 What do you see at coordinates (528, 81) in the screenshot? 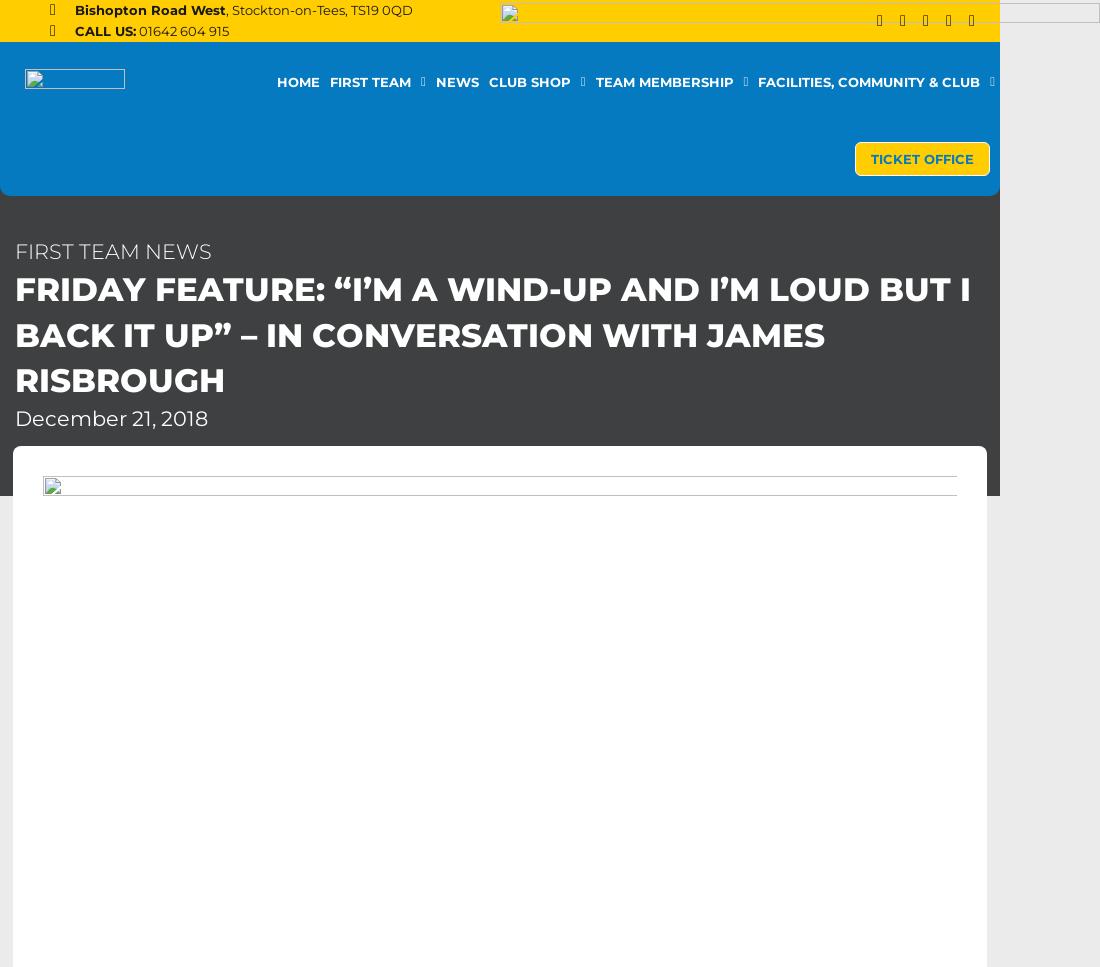
I see `'Club Shop'` at bounding box center [528, 81].